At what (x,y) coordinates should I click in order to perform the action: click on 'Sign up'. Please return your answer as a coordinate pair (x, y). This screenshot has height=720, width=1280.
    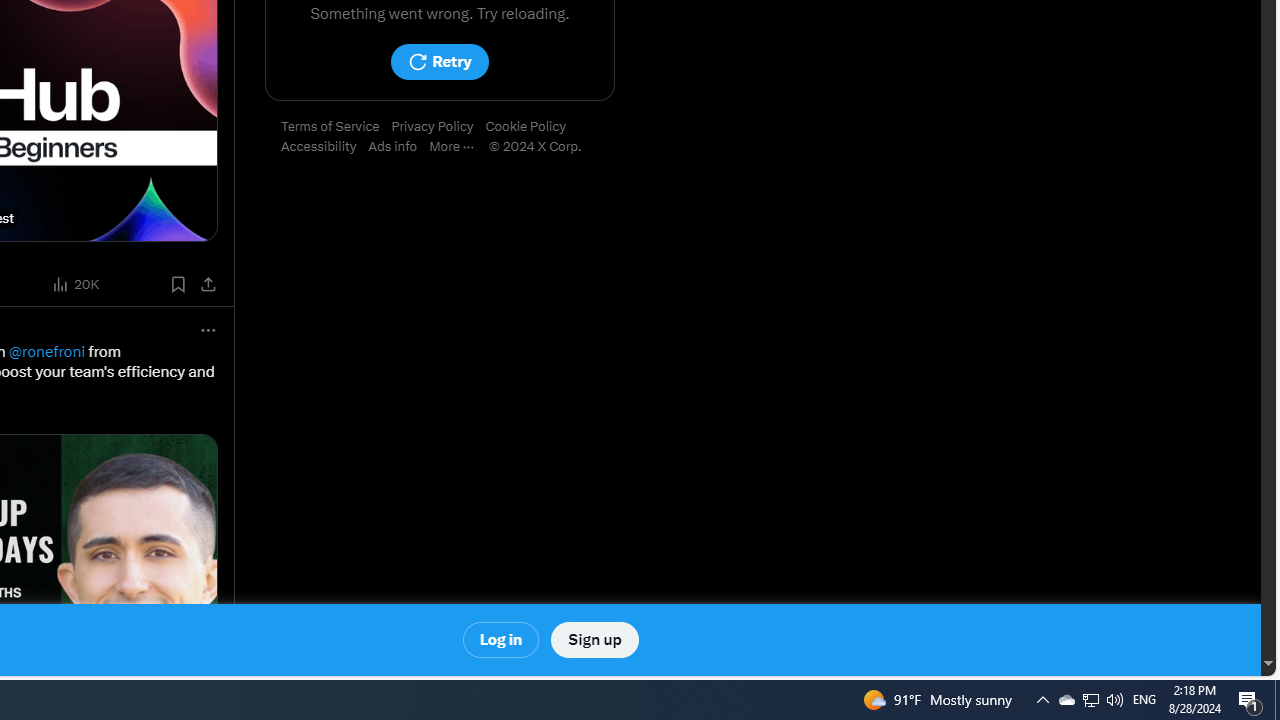
    Looking at the image, I should click on (593, 640).